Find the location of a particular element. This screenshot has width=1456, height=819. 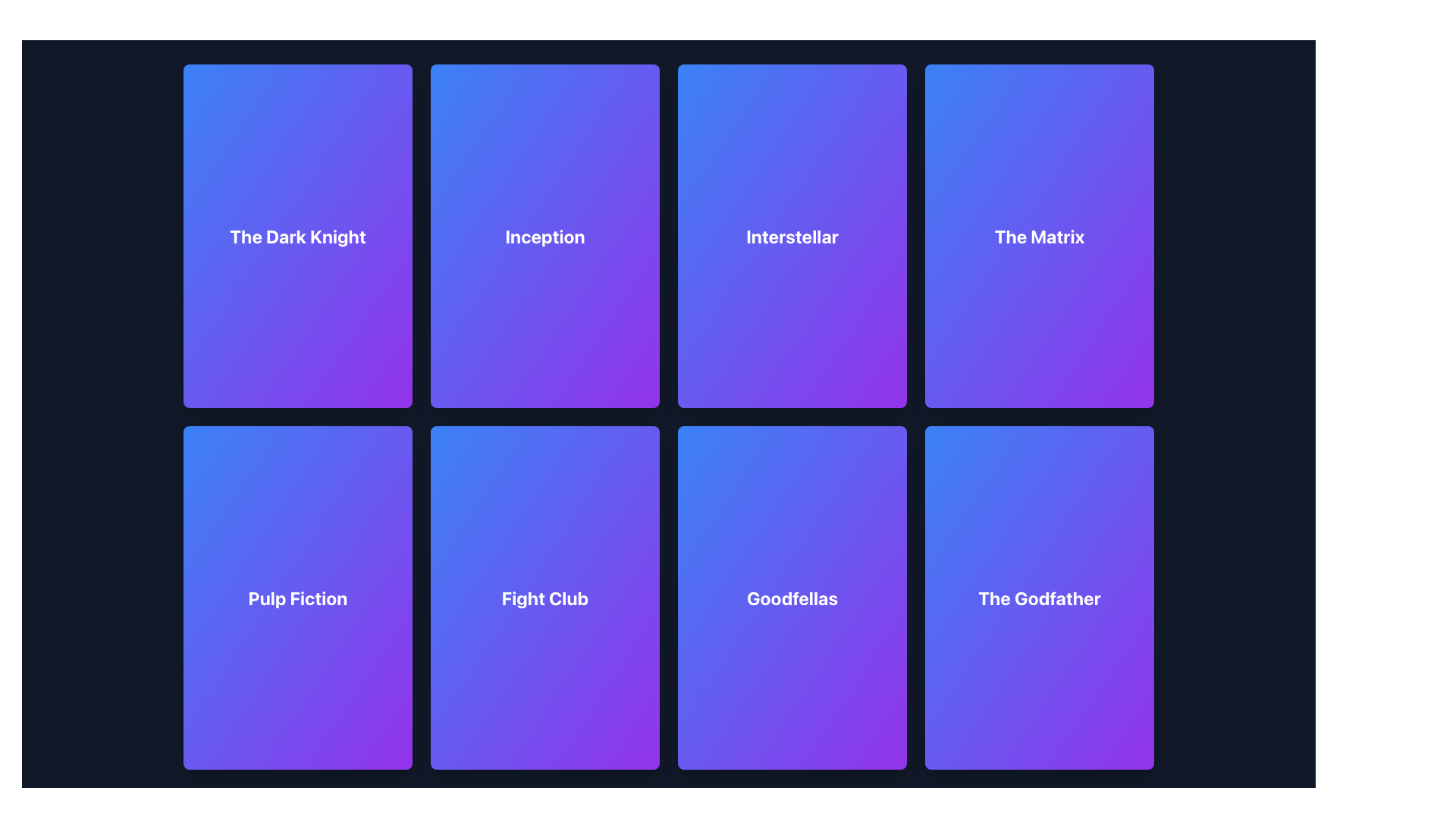

the card representing an item is located at coordinates (545, 596).